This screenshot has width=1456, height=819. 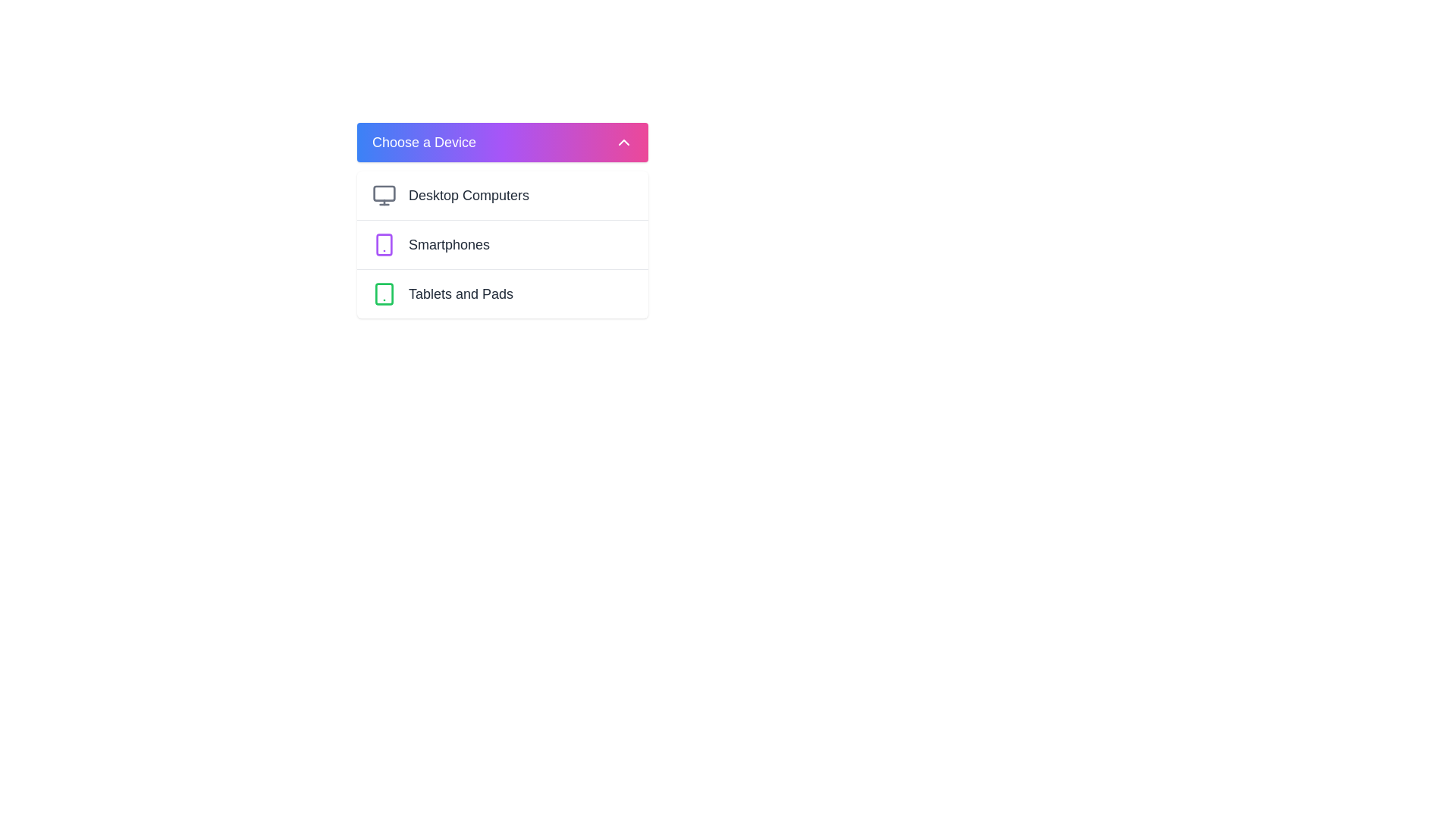 I want to click on the 'Smartphones' category text label in the device selection menu, which is the second item in the list under 'Choose a Device', so click(x=448, y=244).